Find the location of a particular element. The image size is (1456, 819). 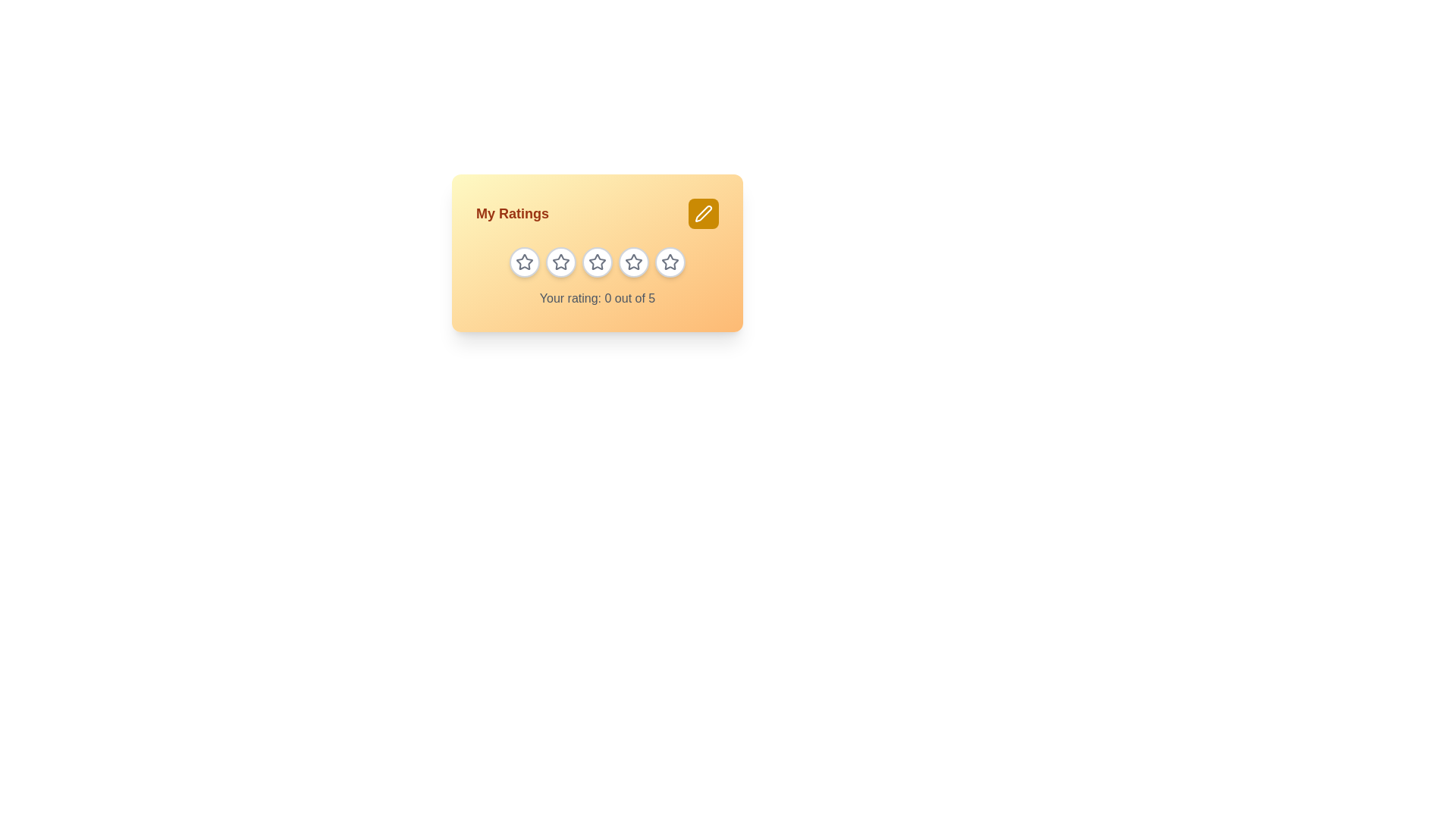

the third circular rating icon below the 'My Ratings' header is located at coordinates (596, 262).